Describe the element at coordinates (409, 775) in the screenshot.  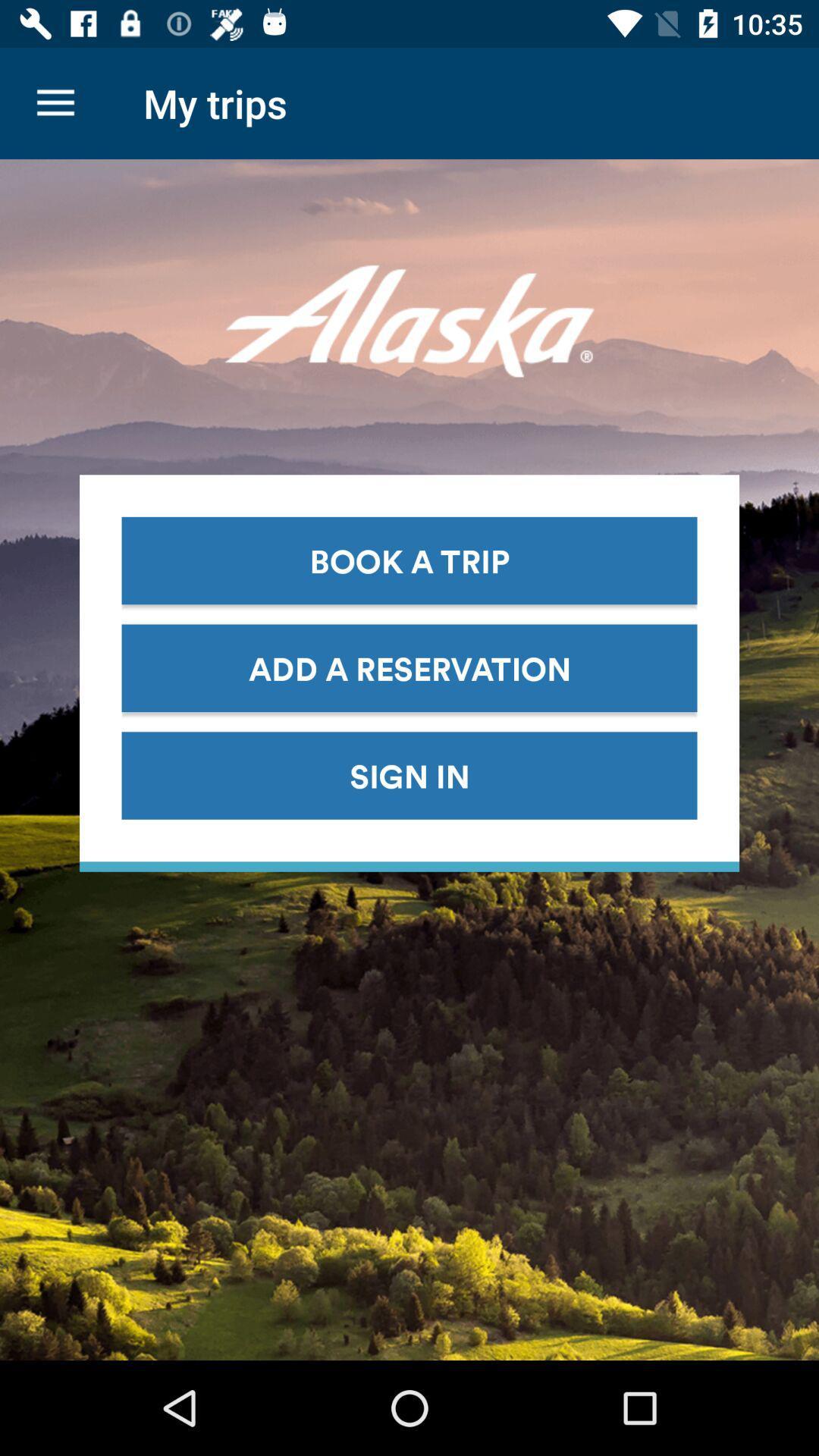
I see `sign in` at that location.